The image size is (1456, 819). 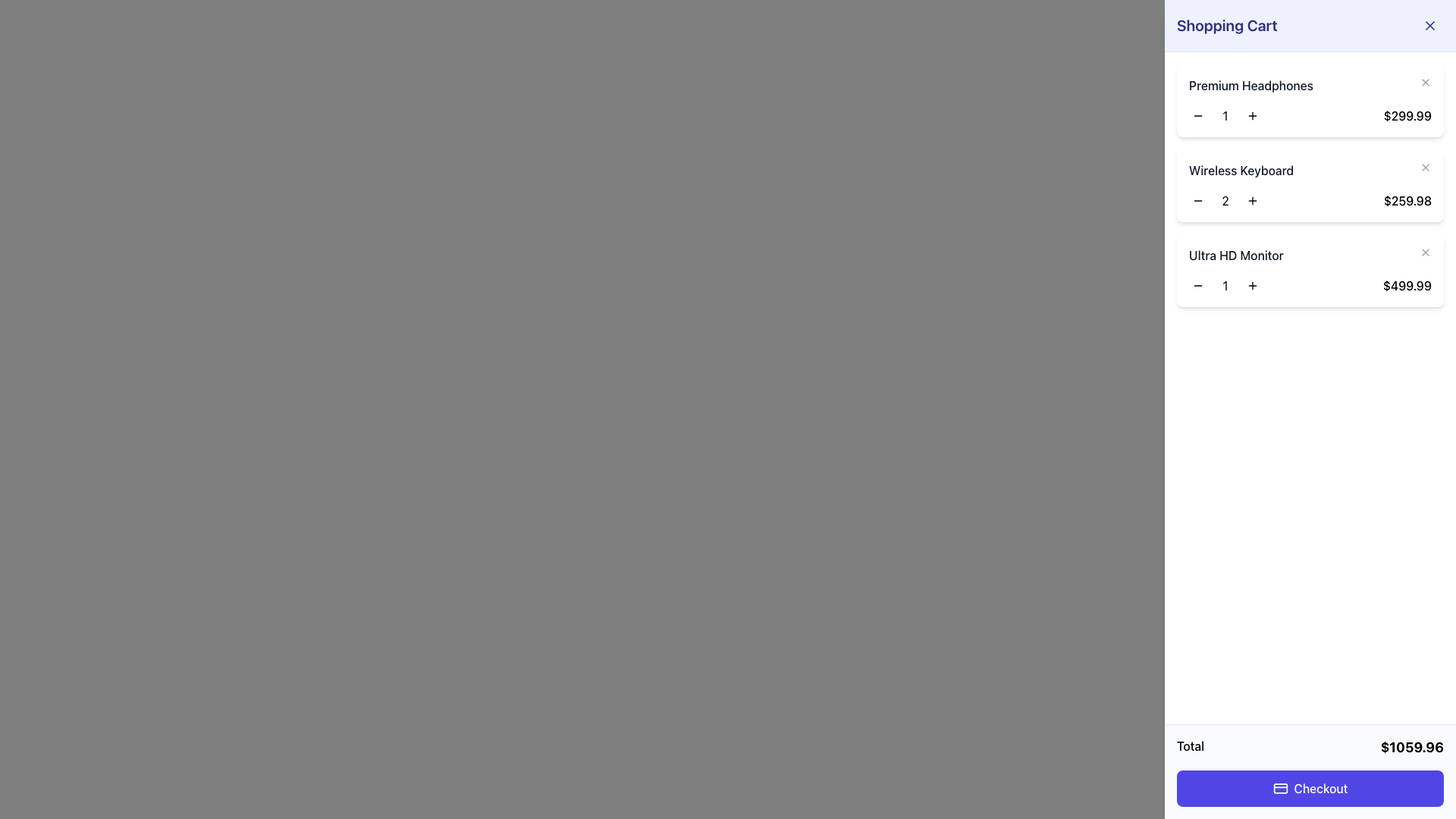 What do you see at coordinates (1310, 788) in the screenshot?
I see `the checkout button located at the bottom center of the summary panel to proceed to checkout` at bounding box center [1310, 788].